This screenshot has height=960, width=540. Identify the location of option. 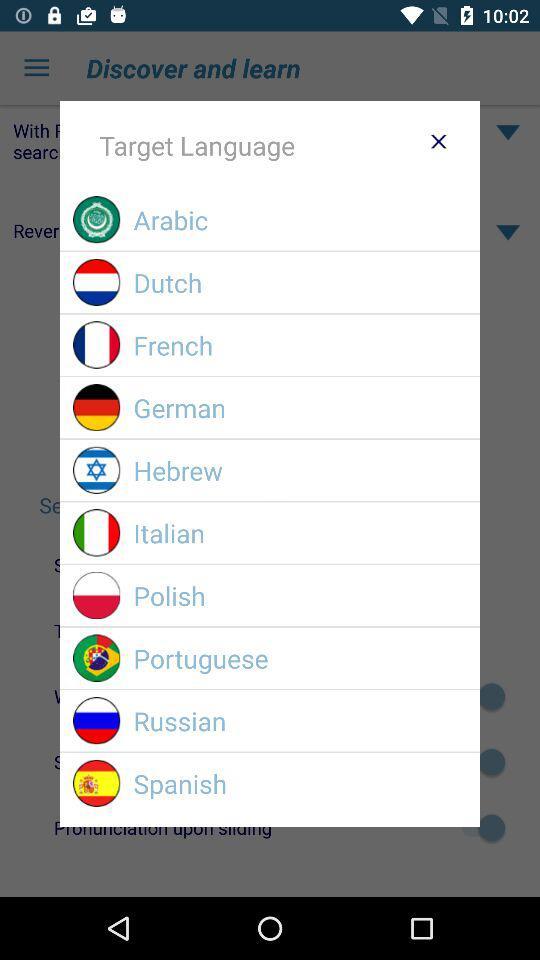
(437, 140).